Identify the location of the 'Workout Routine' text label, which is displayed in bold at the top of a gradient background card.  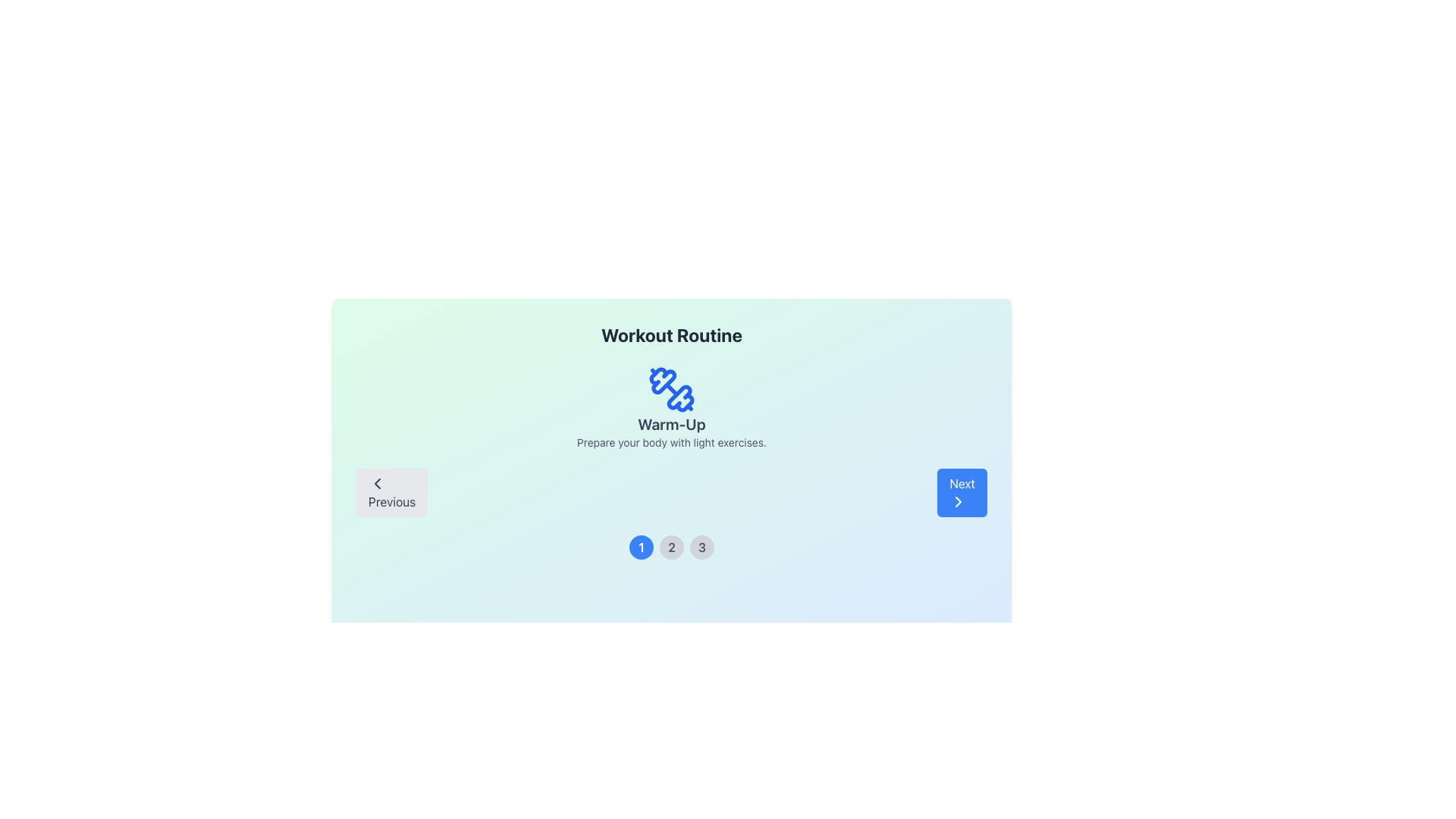
(671, 334).